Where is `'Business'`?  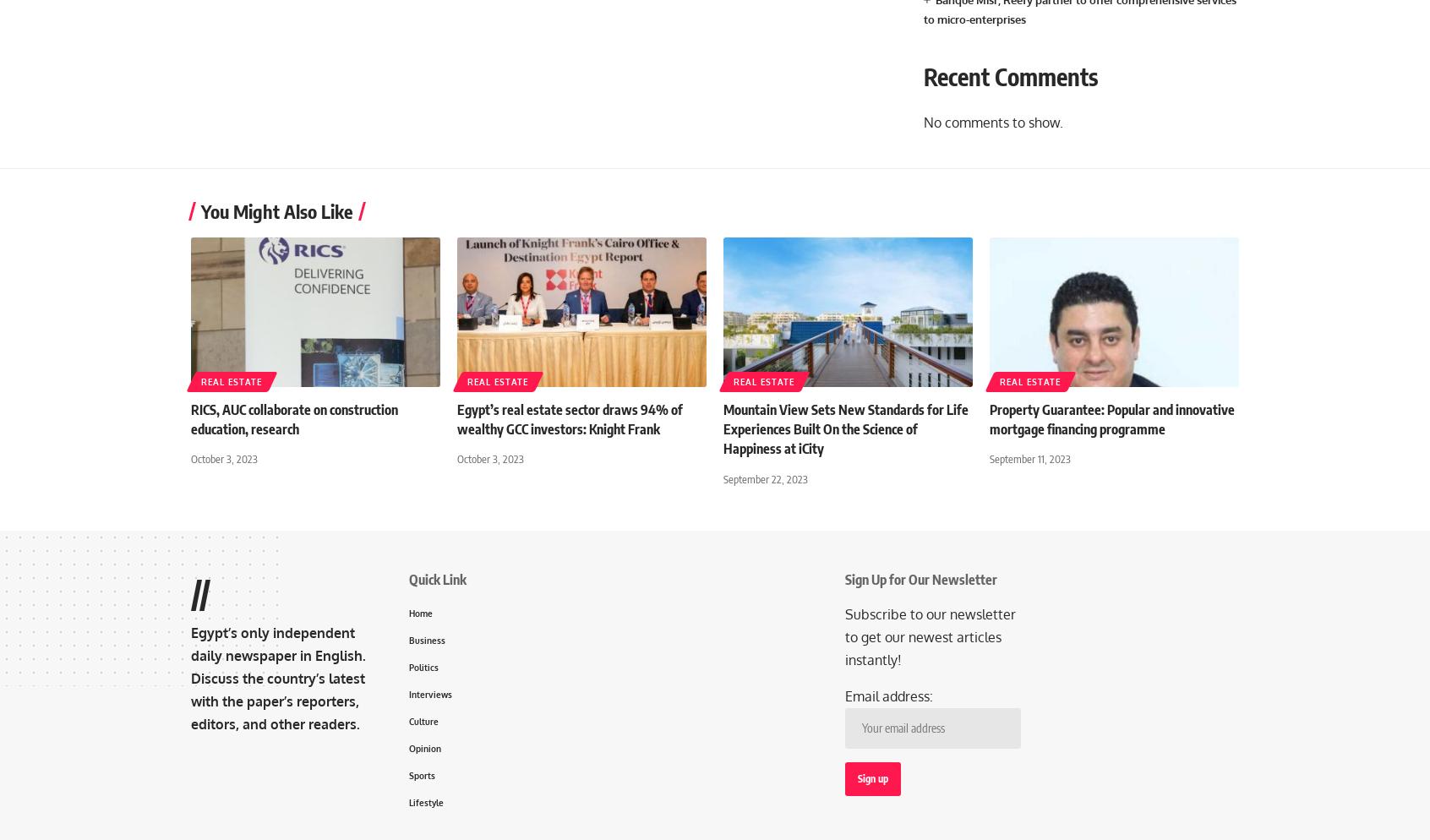 'Business' is located at coordinates (408, 638).